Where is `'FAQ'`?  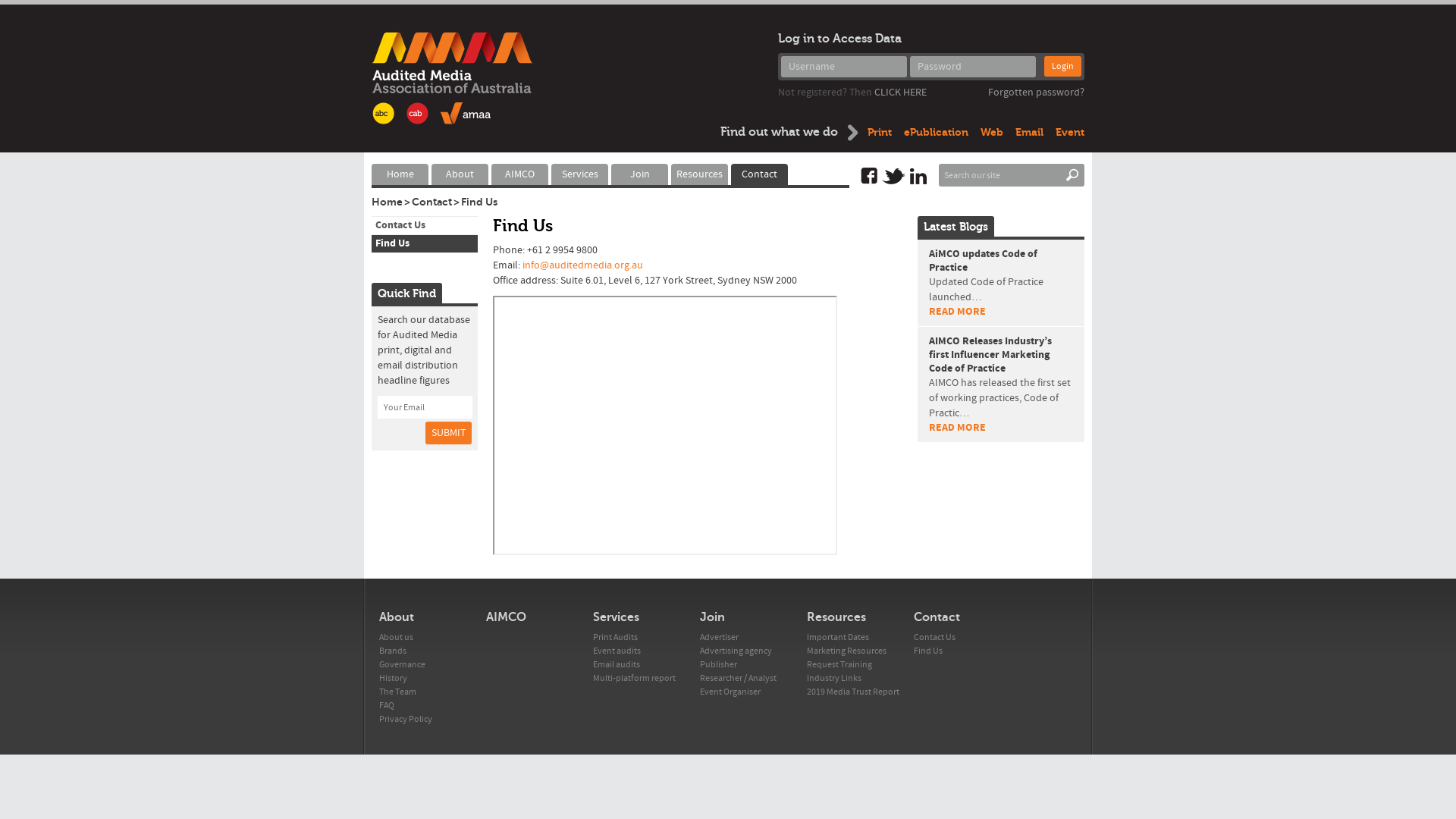 'FAQ' is located at coordinates (378, 705).